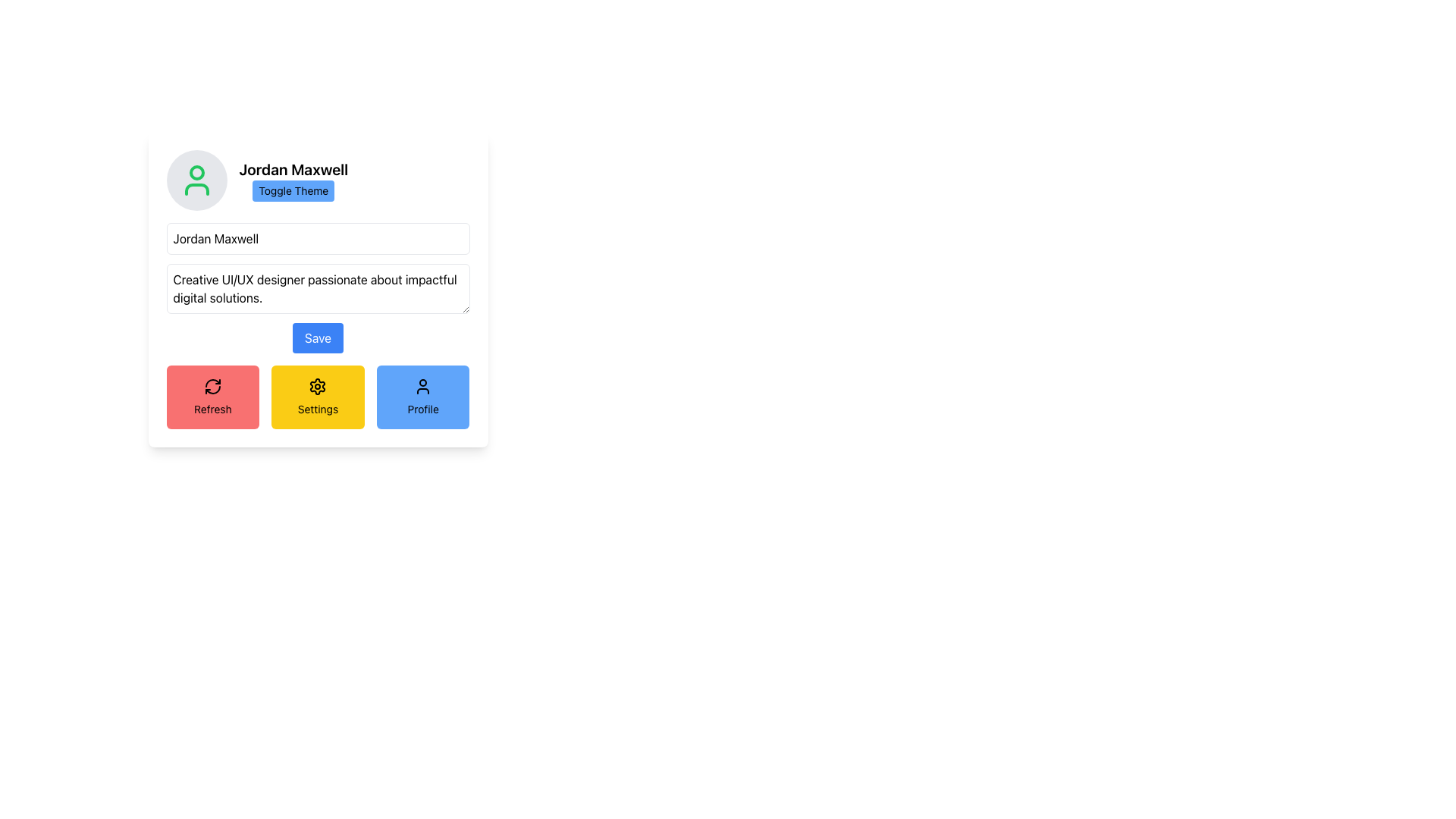  I want to click on the circular arrow icon within the red 'Refresh' button located in the bottom left corner of the card interface, so click(212, 389).